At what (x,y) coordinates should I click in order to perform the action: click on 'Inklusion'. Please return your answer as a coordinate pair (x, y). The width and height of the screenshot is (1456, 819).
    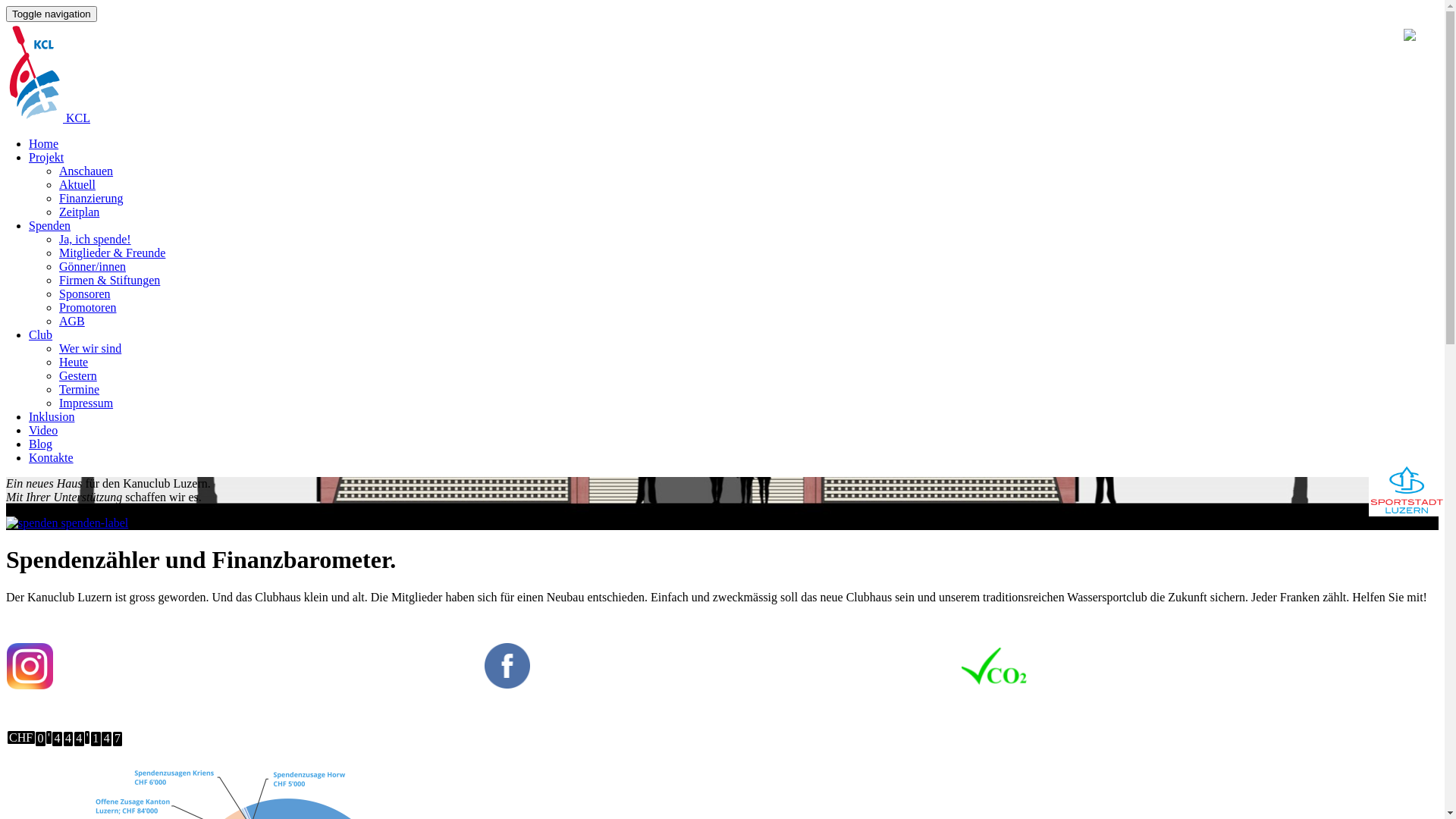
    Looking at the image, I should click on (29, 416).